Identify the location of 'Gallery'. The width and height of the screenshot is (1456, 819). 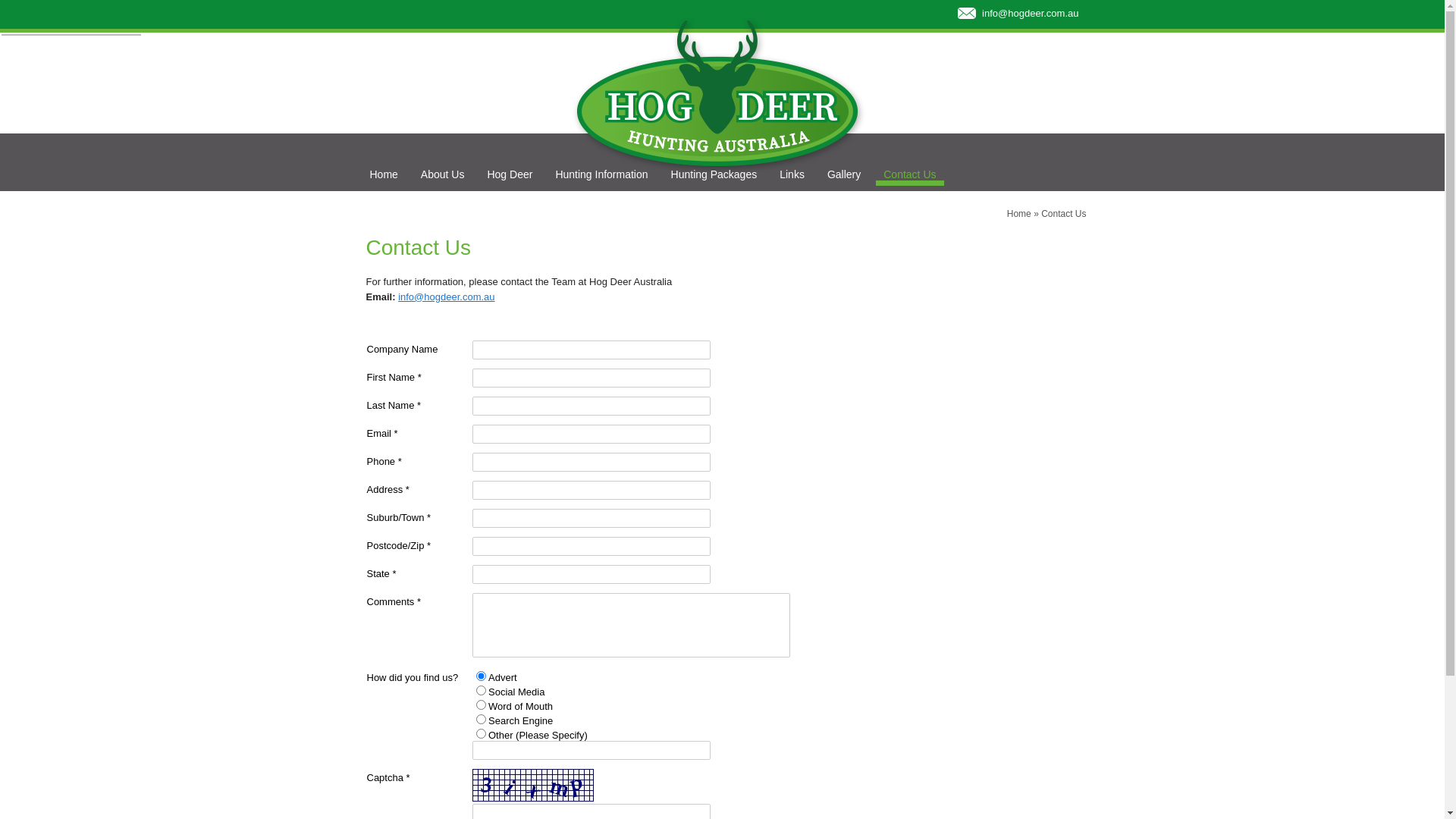
(818, 174).